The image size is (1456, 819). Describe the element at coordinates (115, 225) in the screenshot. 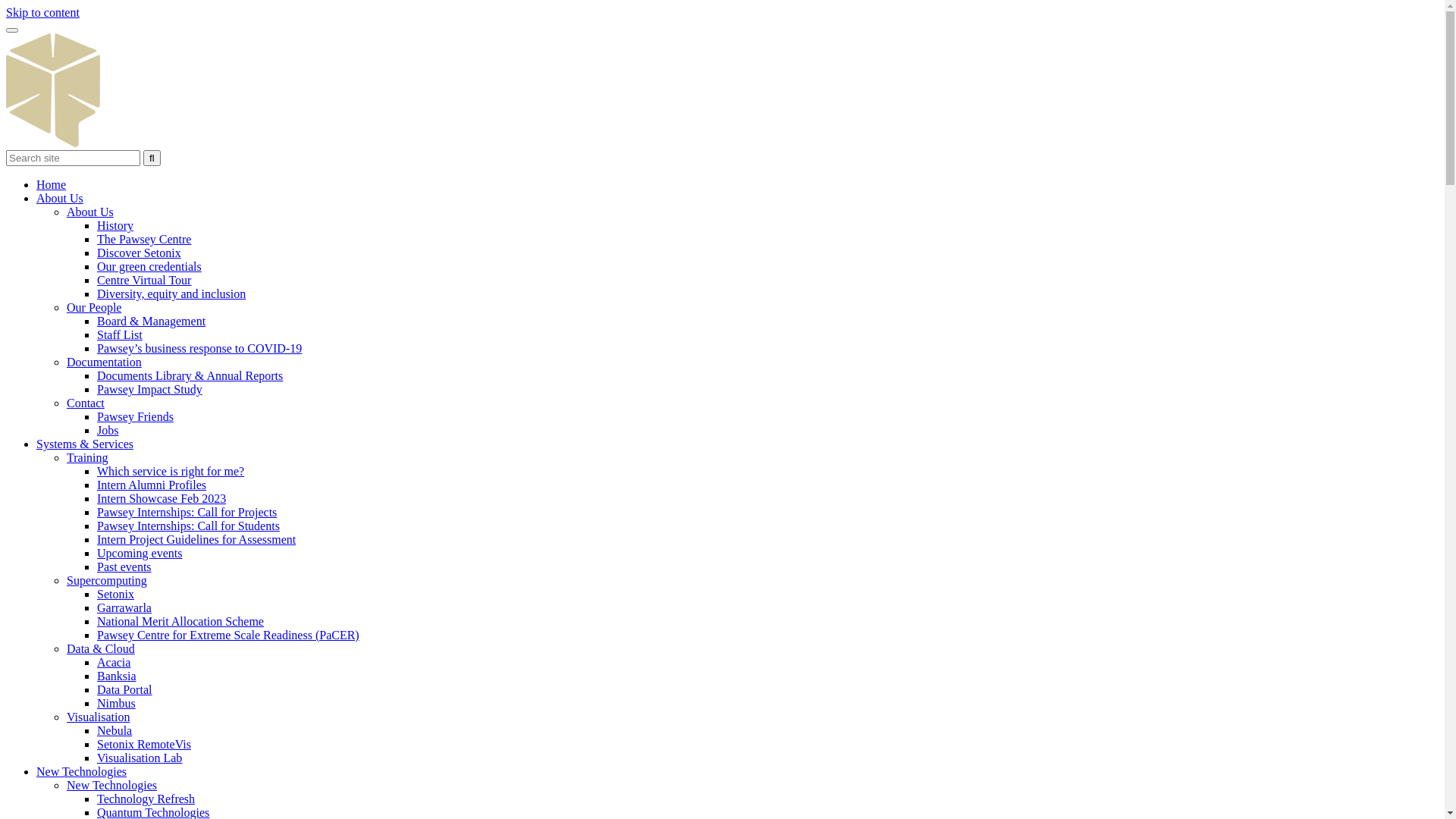

I see `'History'` at that location.